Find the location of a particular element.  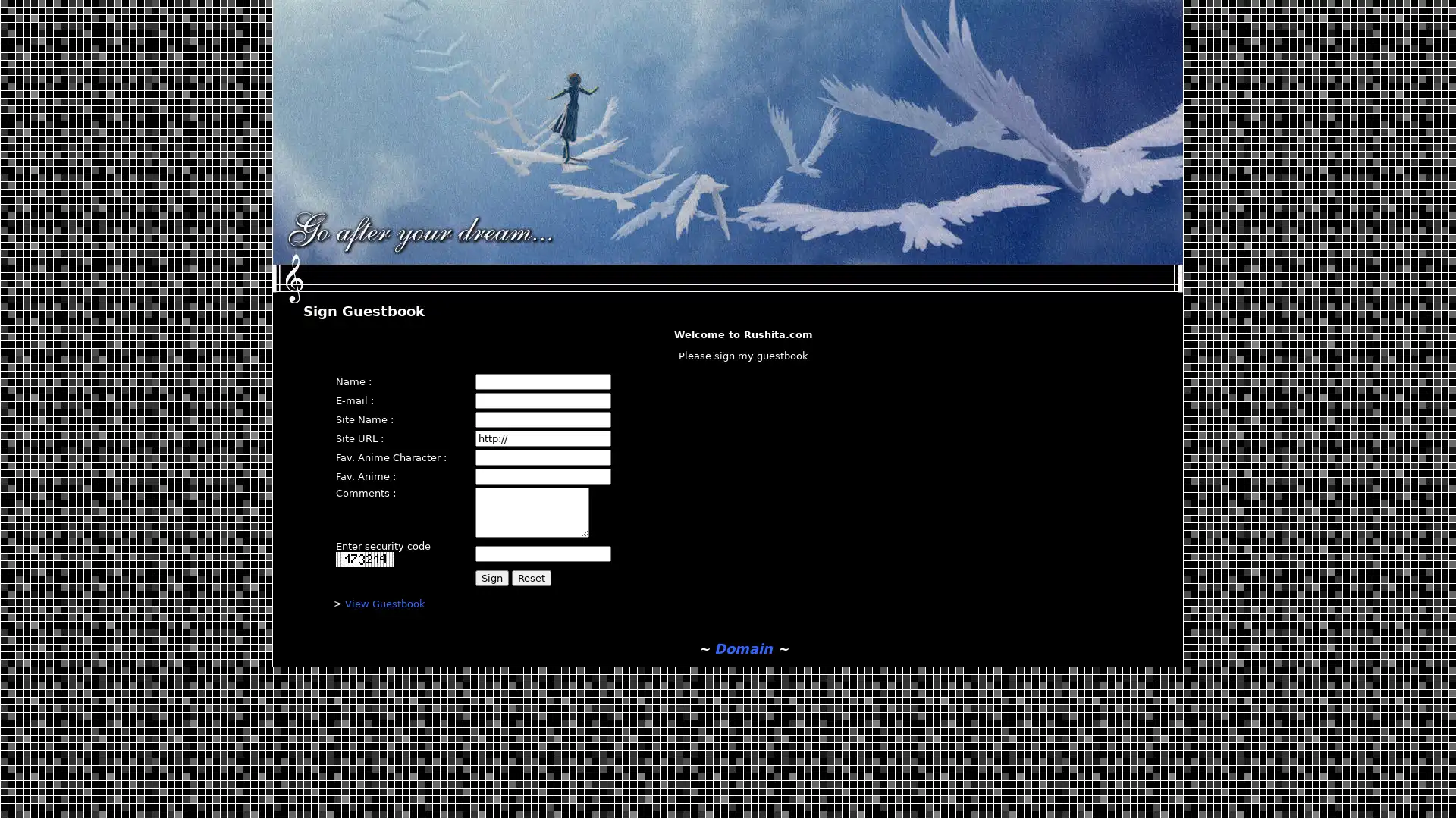

Sign is located at coordinates (491, 578).